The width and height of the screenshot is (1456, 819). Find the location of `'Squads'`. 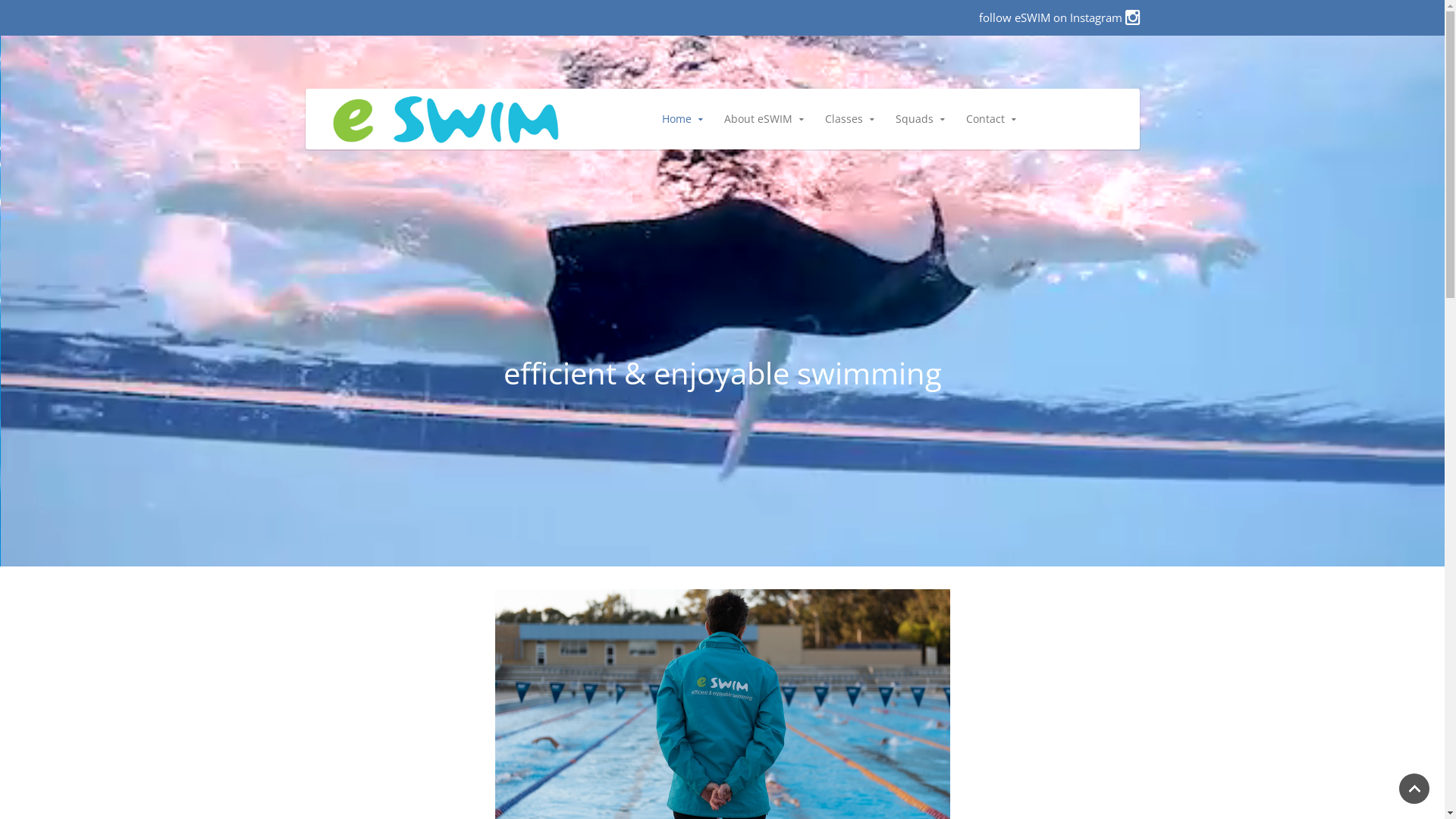

'Squads' is located at coordinates (916, 118).